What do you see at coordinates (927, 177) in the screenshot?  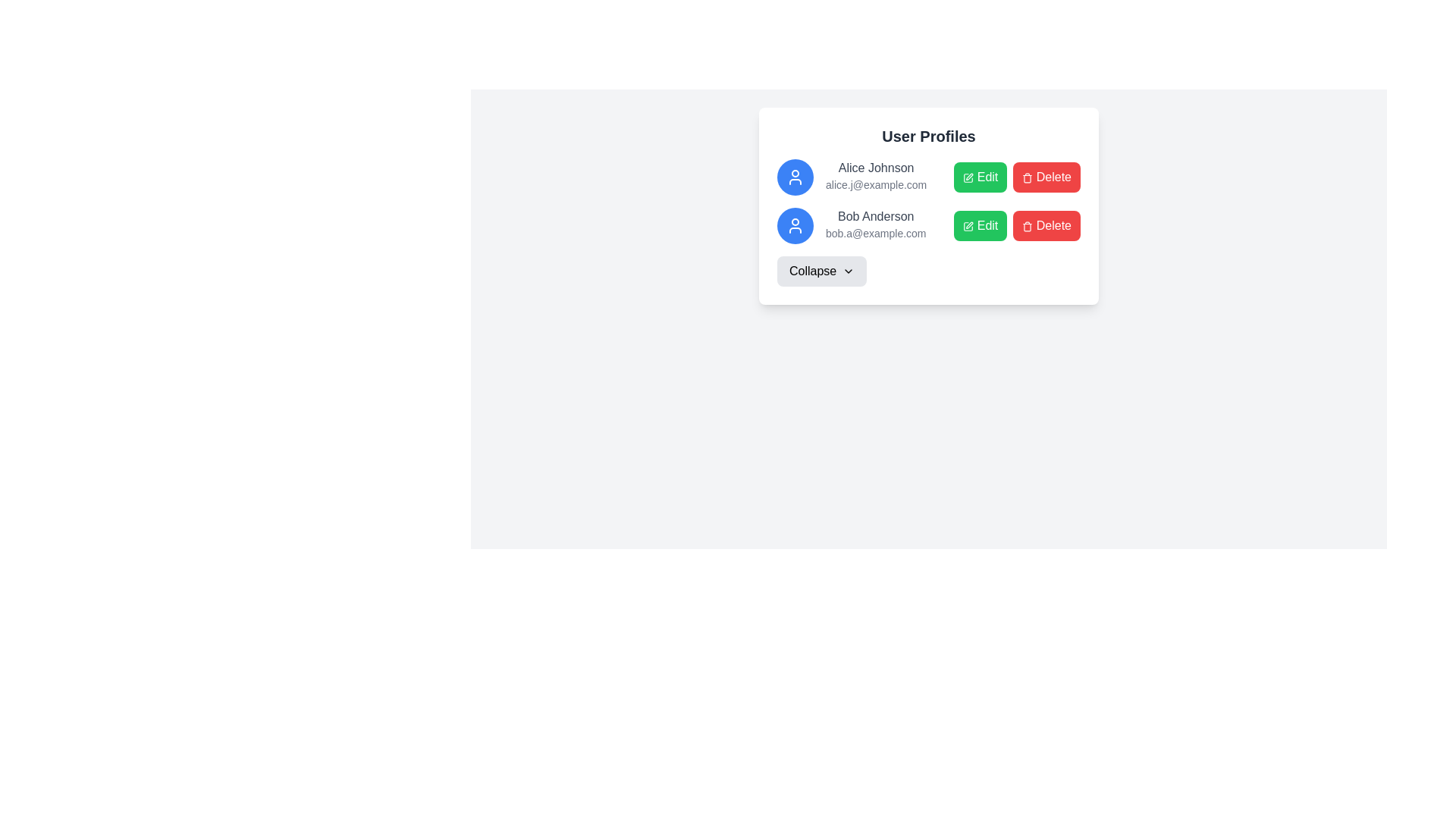 I see `the user profile entry displaying the user's name and email at the top position in the 'User Profiles' section` at bounding box center [927, 177].